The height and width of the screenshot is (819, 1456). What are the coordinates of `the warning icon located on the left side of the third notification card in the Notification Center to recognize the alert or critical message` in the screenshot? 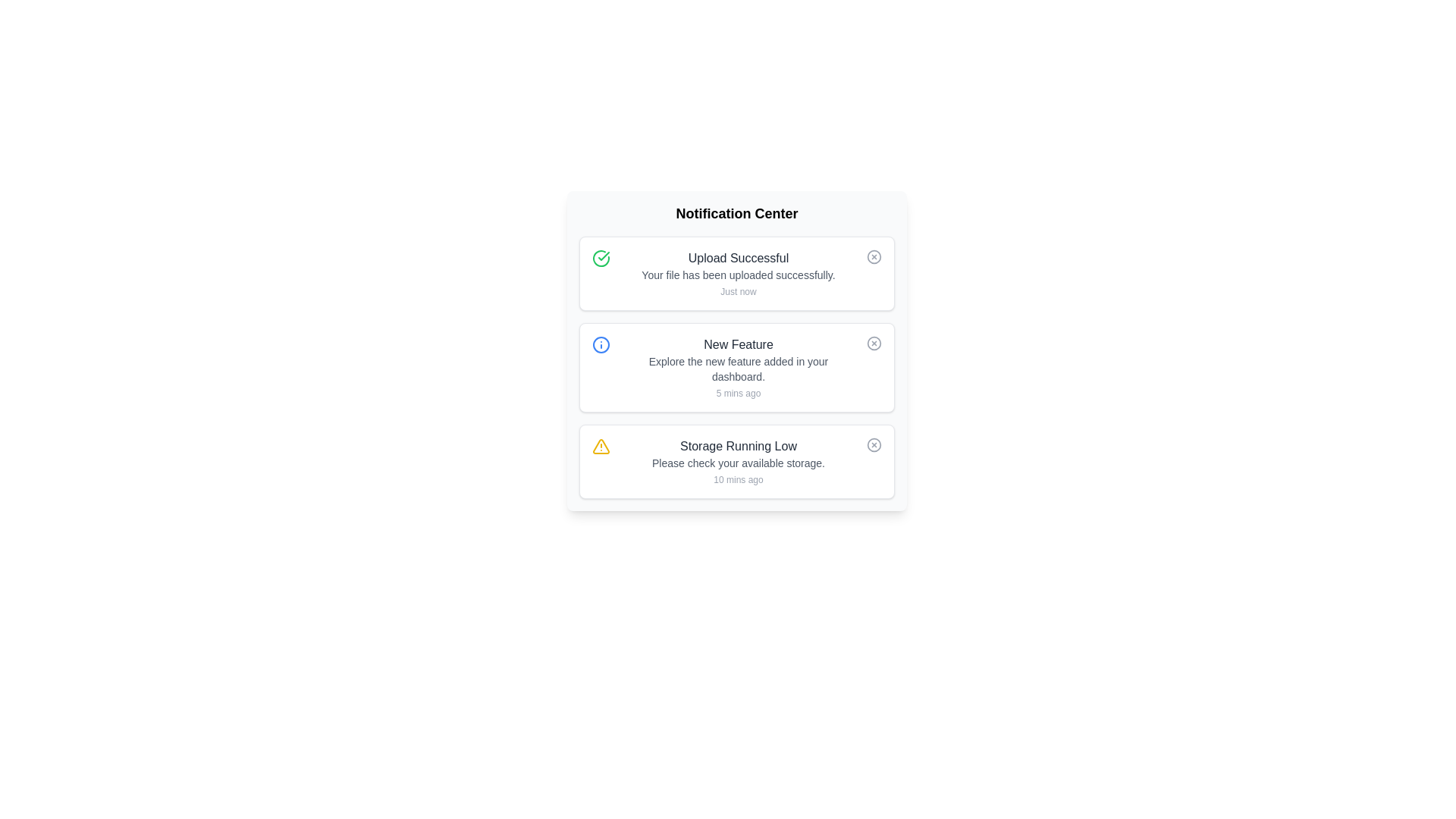 It's located at (600, 446).